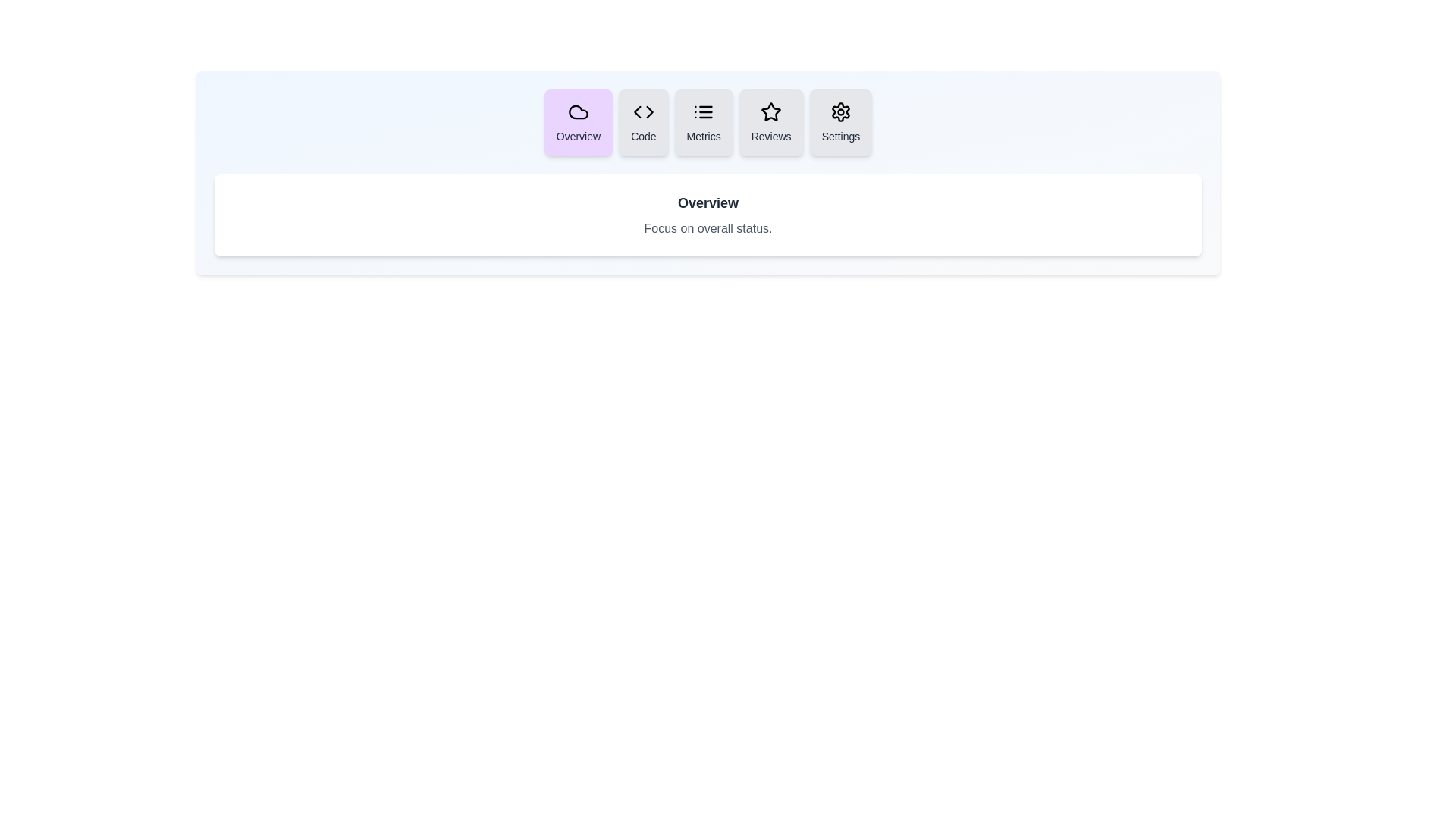 This screenshot has width=1456, height=819. I want to click on the tab labeled Metrics, so click(703, 122).